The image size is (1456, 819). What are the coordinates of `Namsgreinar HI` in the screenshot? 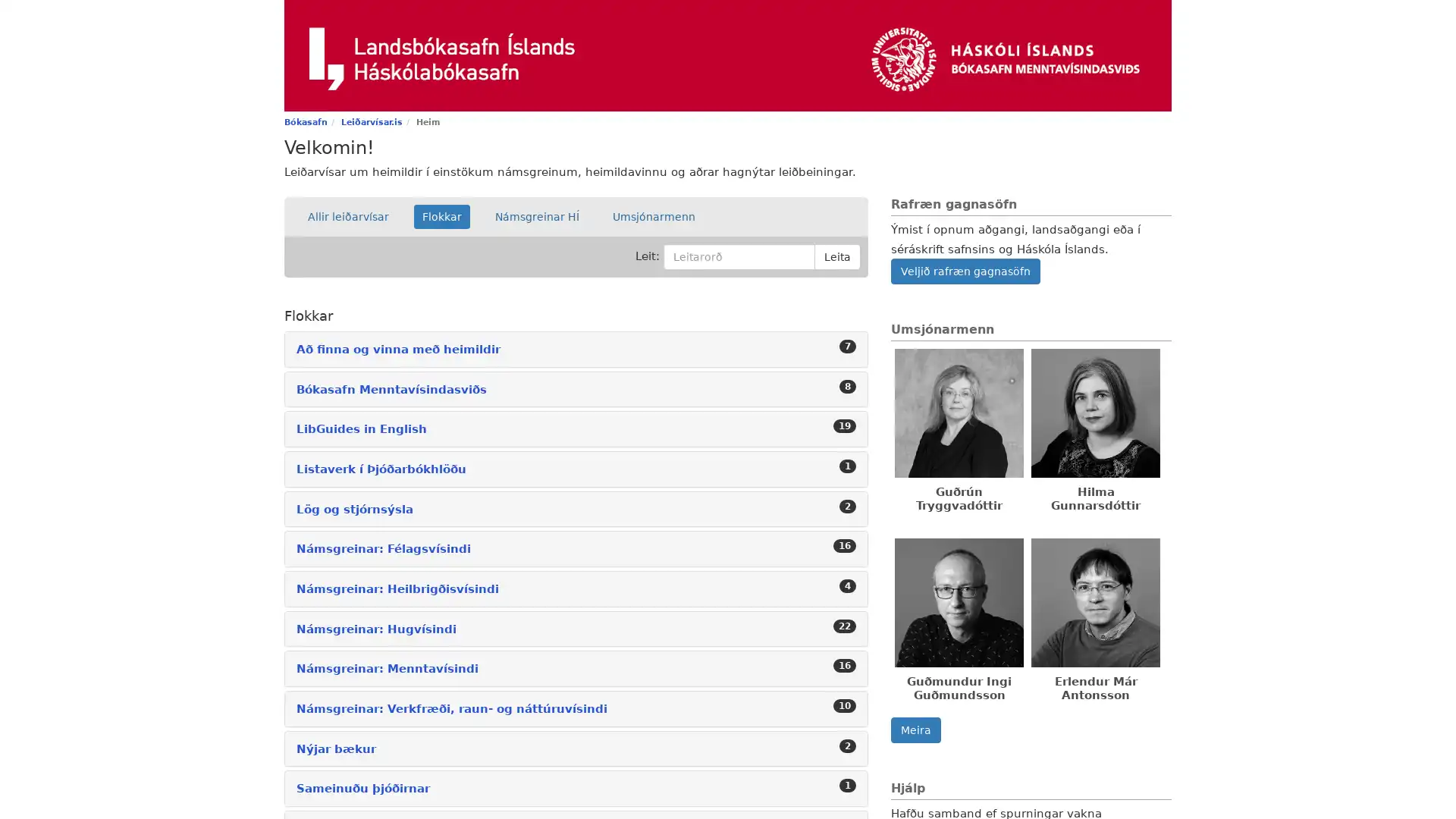 It's located at (537, 216).